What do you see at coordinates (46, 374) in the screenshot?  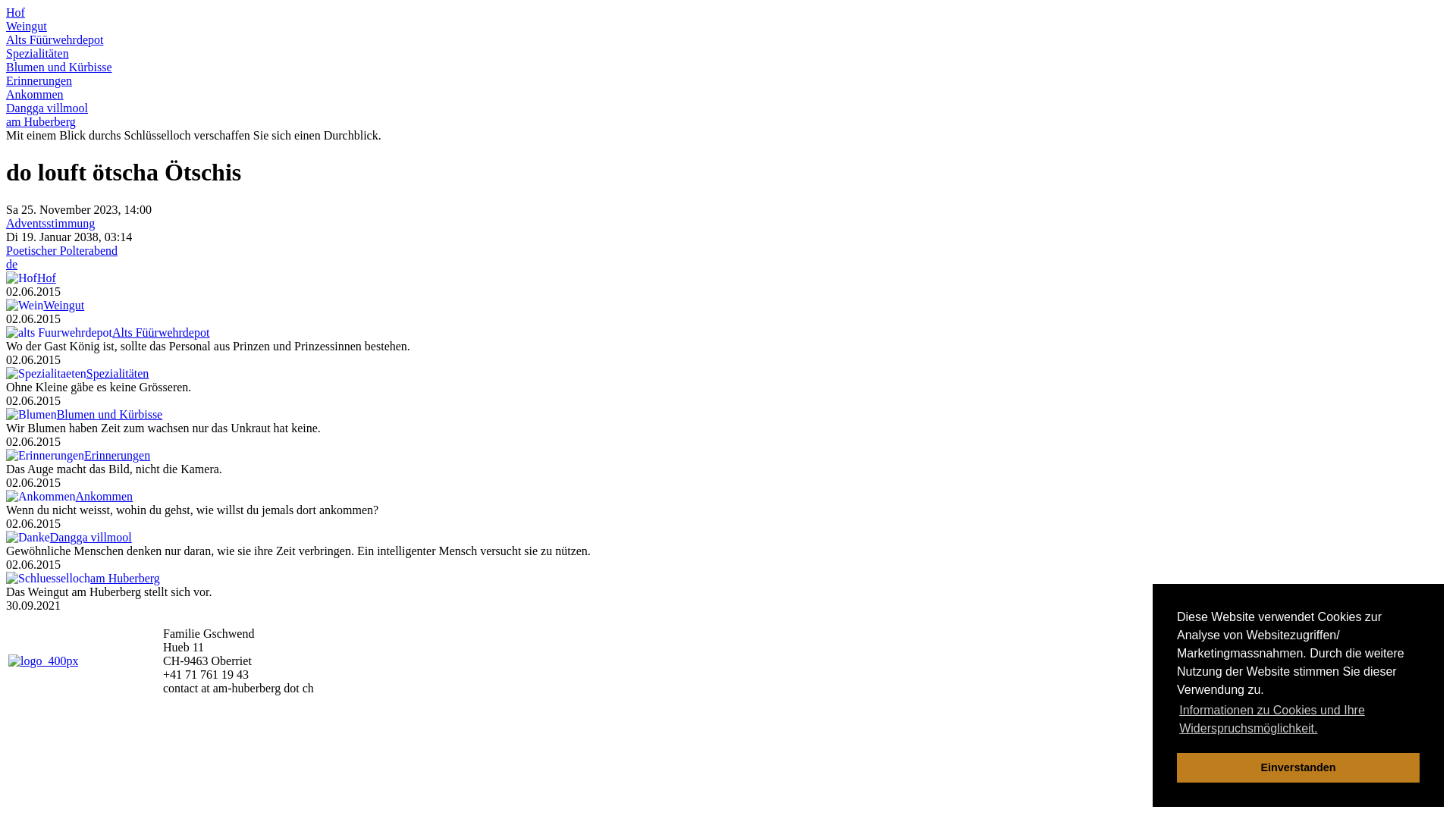 I see `'Spezialitaeten'` at bounding box center [46, 374].